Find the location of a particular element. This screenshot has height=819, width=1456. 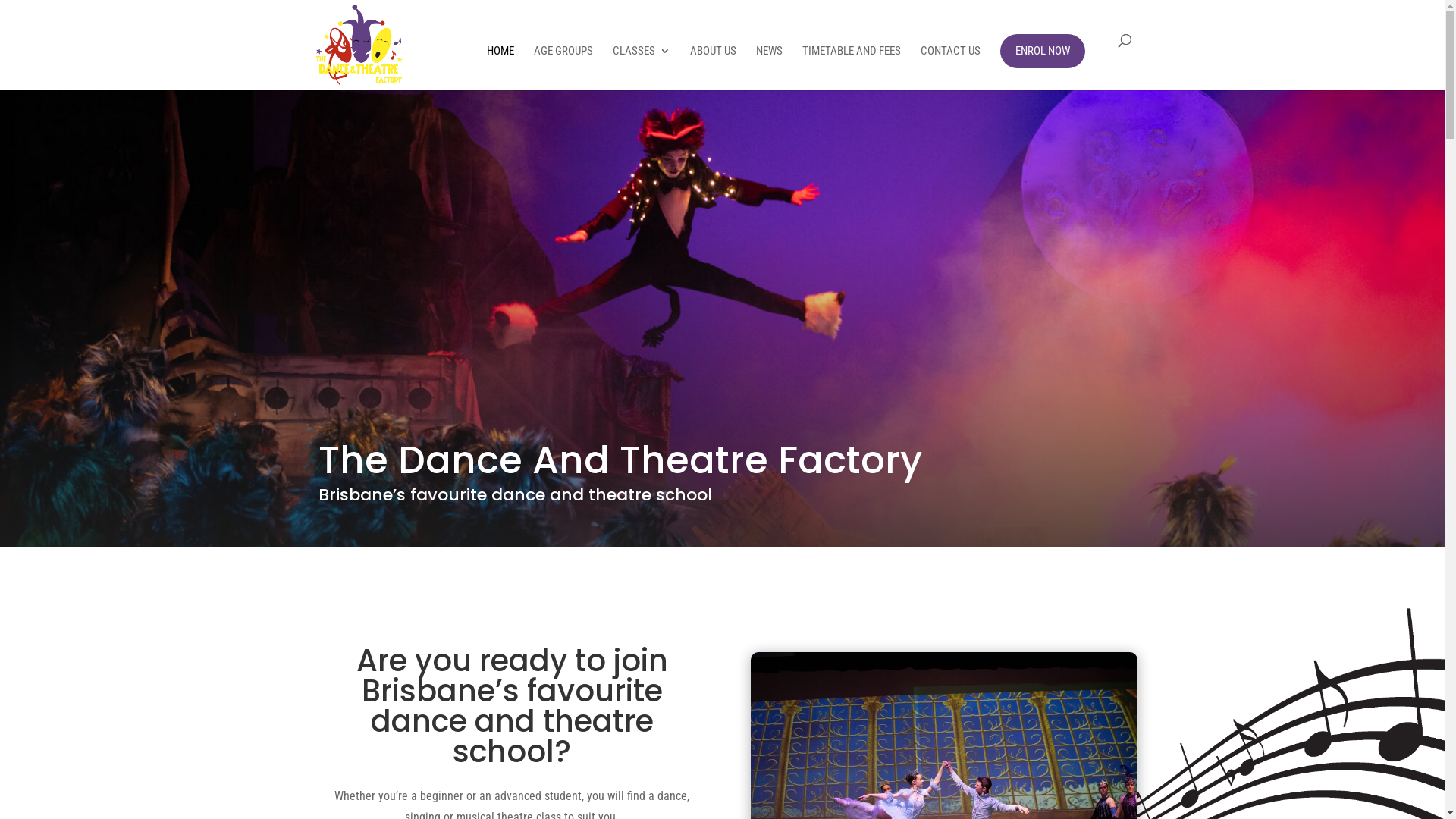

'AGE GROUPS' is located at coordinates (563, 67).